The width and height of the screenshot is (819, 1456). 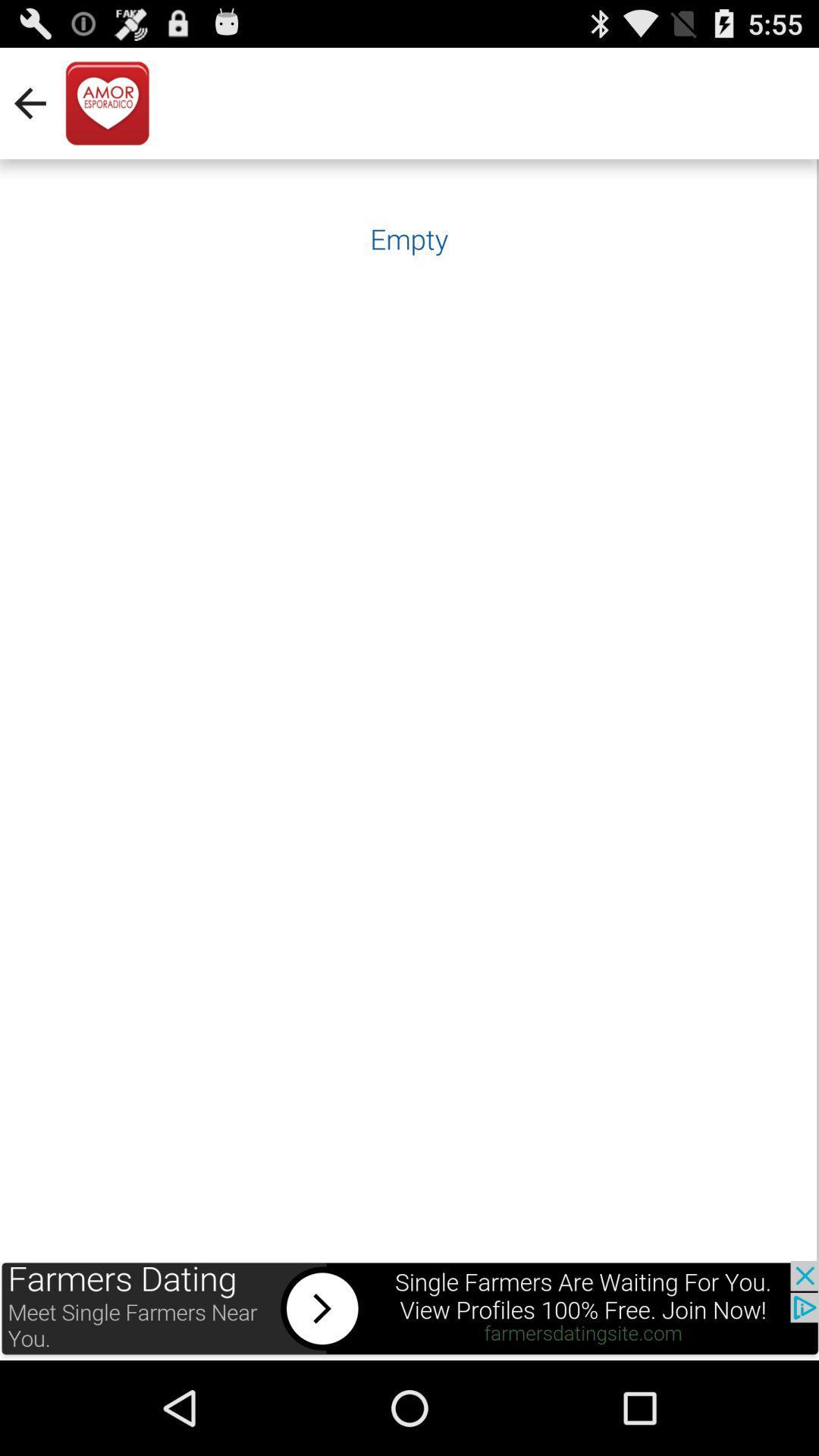 What do you see at coordinates (409, 1310) in the screenshot?
I see `next` at bounding box center [409, 1310].